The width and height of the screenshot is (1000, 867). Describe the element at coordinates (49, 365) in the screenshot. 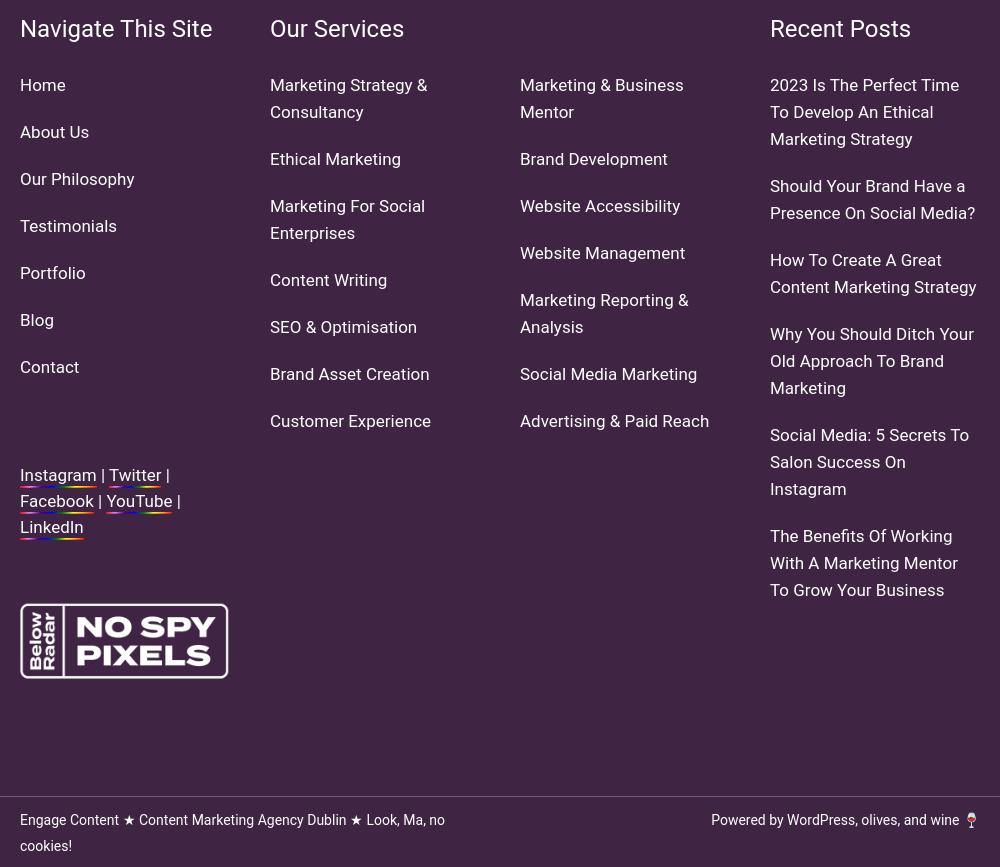

I see `'Contact'` at that location.